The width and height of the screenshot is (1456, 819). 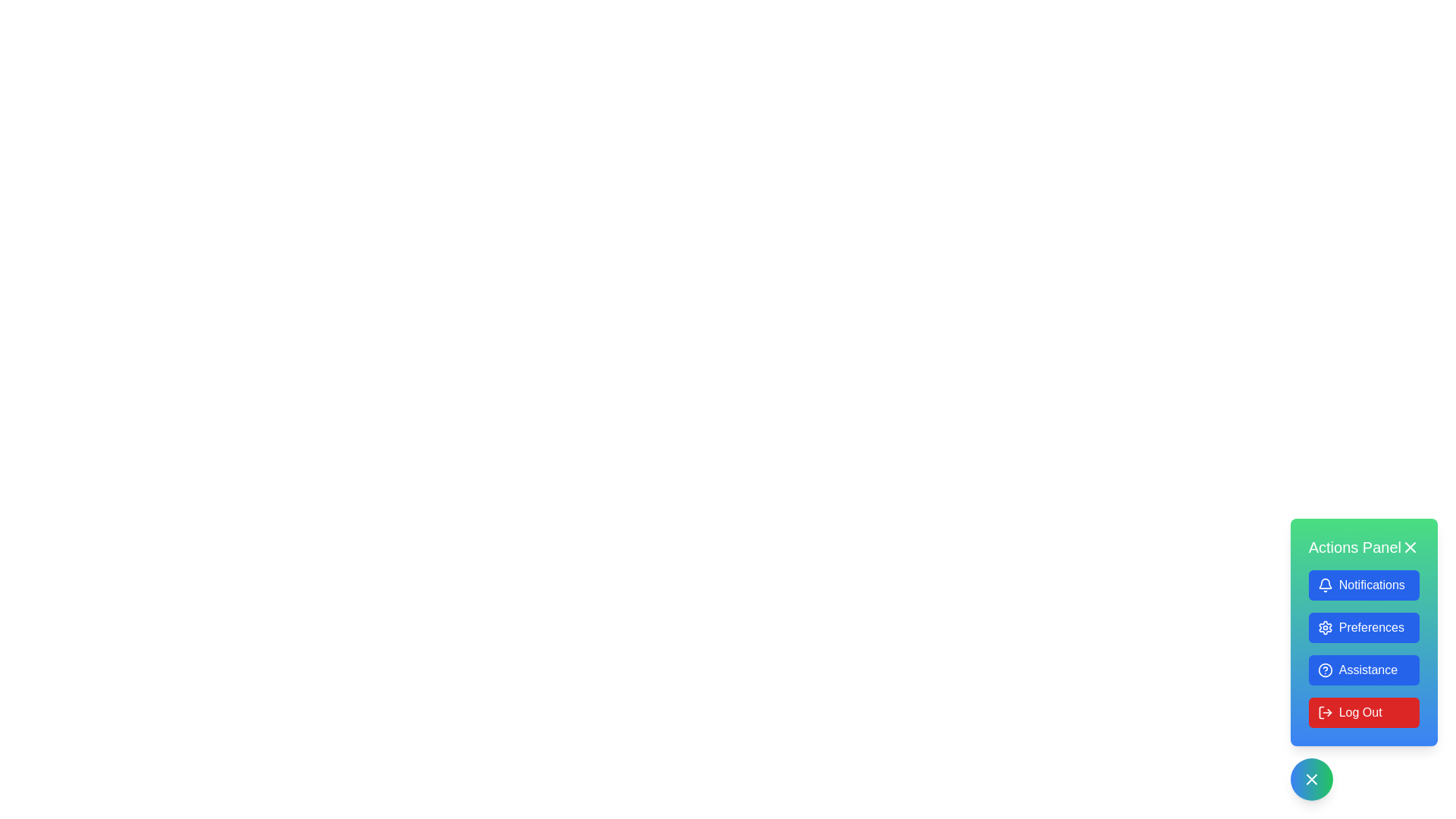 I want to click on the cogwheel icon representing settings functionality located at the left-hand side of the 'Preferences' button in the 'Actions Panel' interface, so click(x=1324, y=628).